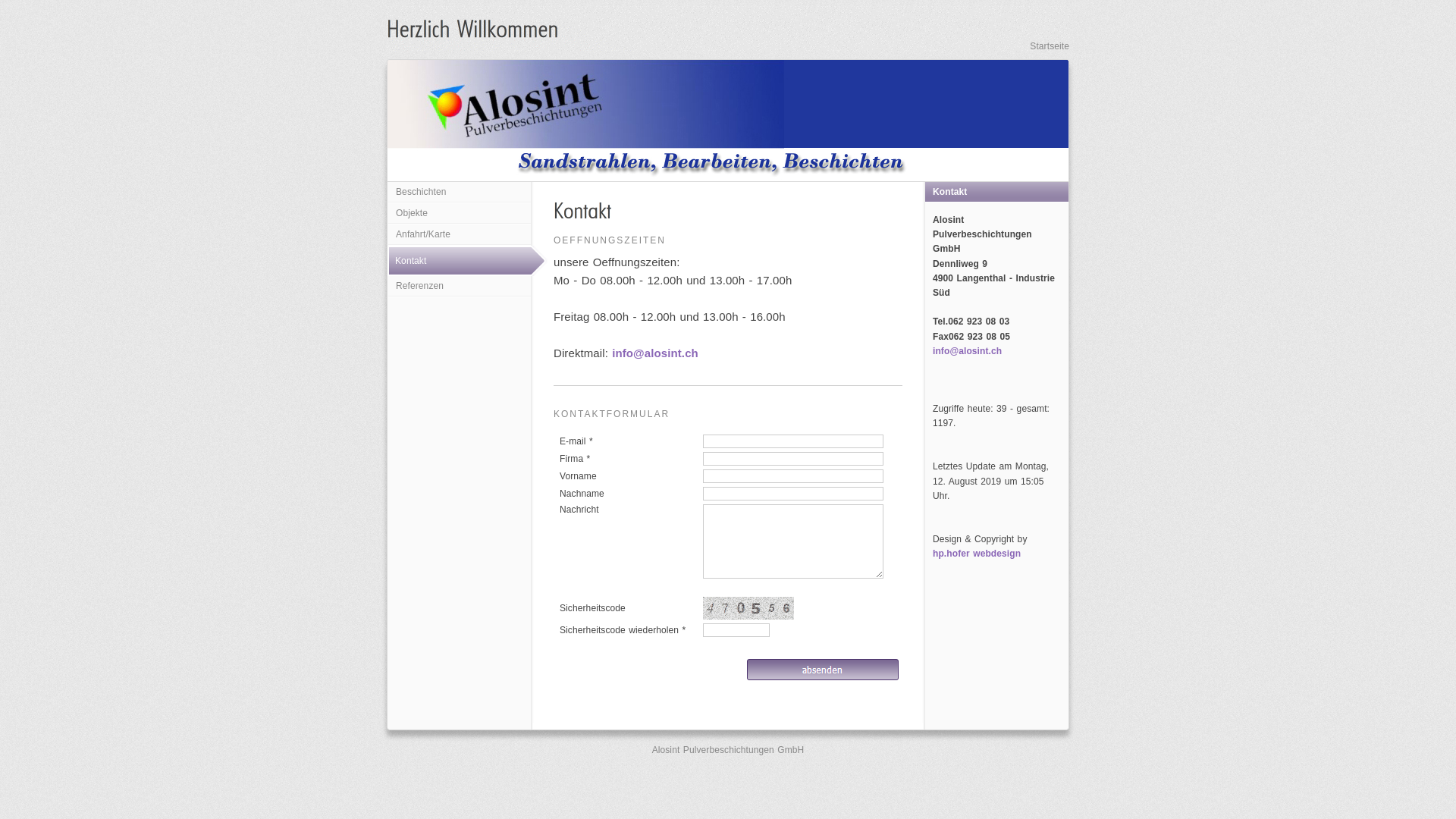 The height and width of the screenshot is (819, 1456). Describe the element at coordinates (469, 259) in the screenshot. I see `'Kontakt'` at that location.